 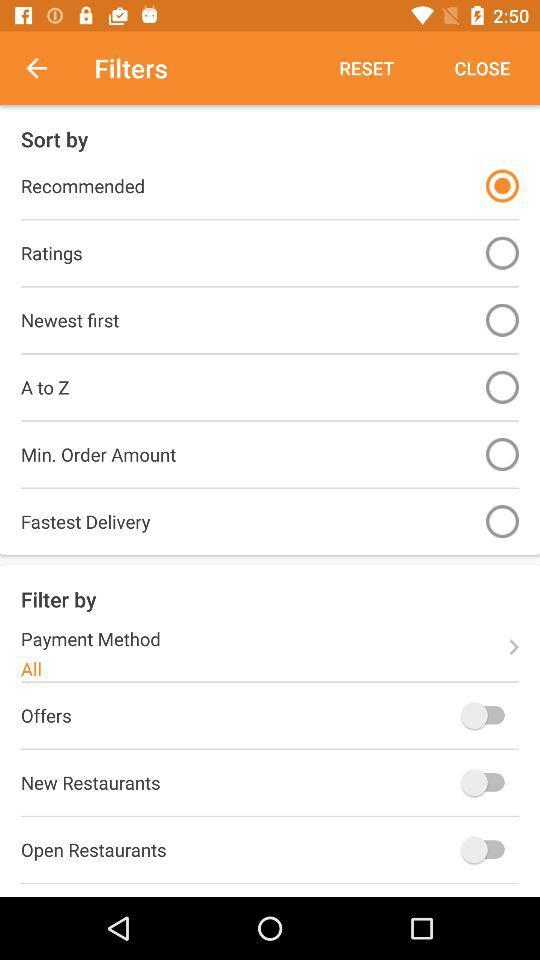 I want to click on the icon next to fastest delivery icon, so click(x=501, y=520).